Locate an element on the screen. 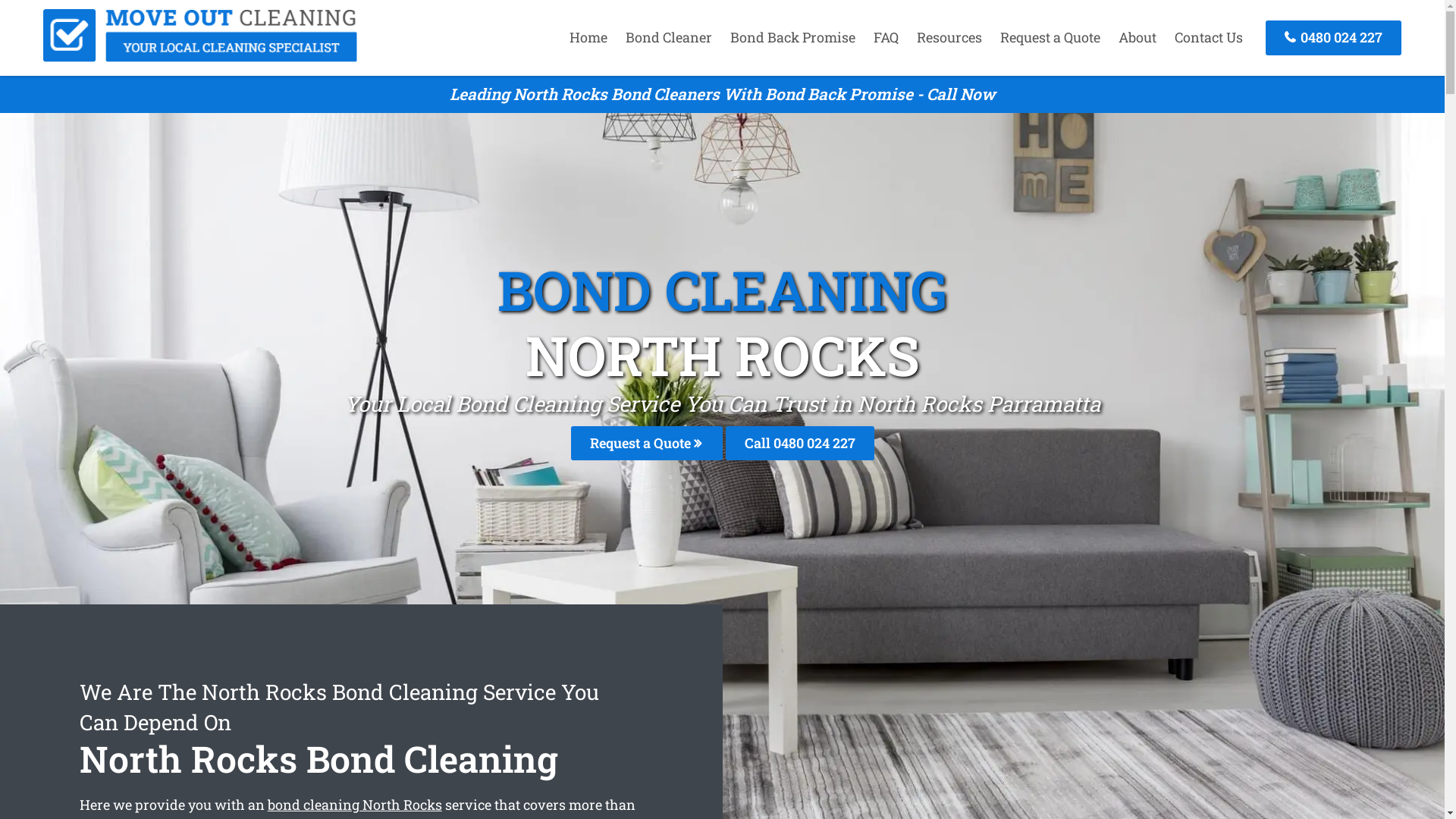 This screenshot has width=1456, height=819. '0480 024 227' is located at coordinates (1332, 36).